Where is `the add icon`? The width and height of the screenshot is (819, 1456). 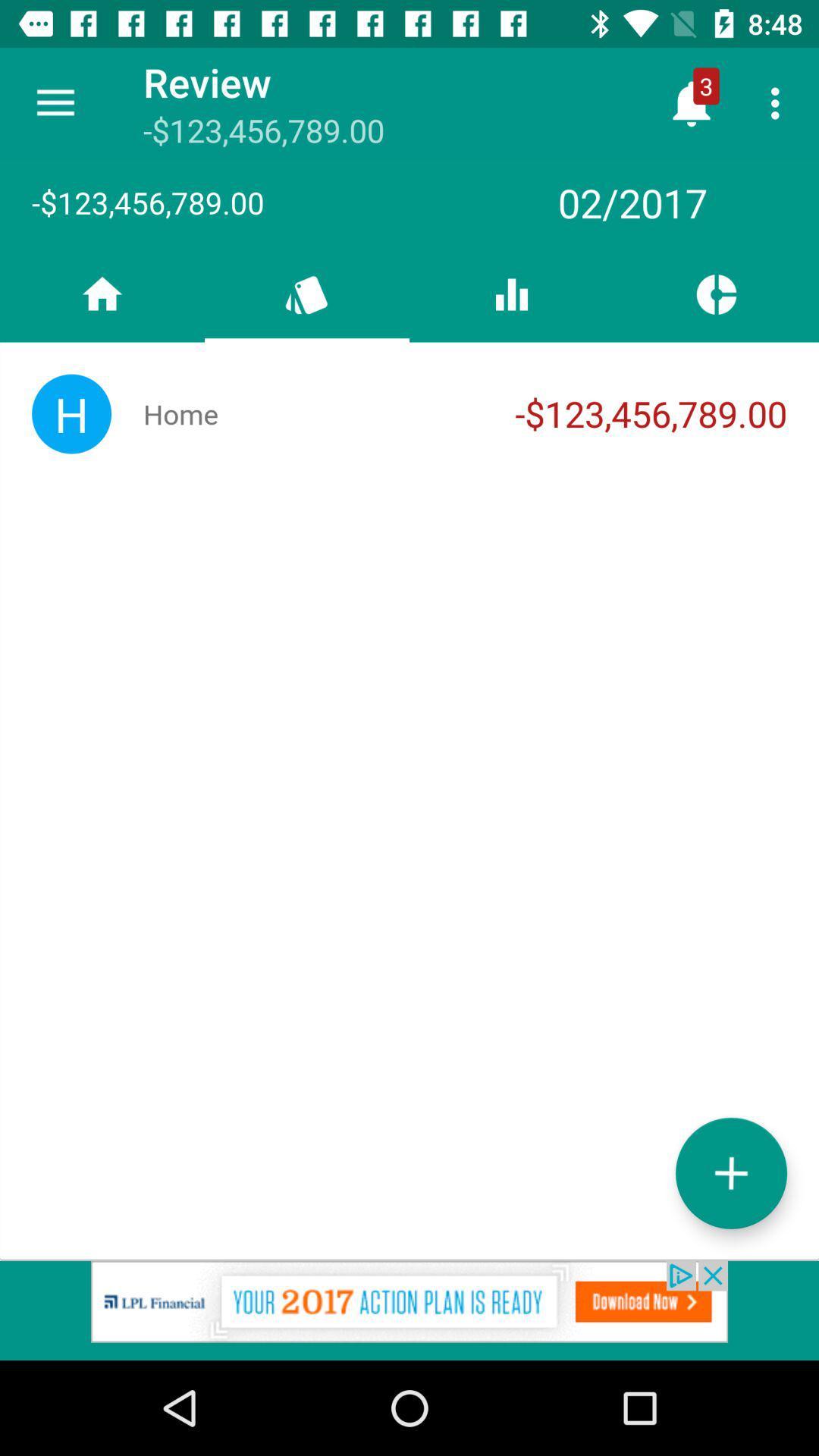
the add icon is located at coordinates (730, 1172).